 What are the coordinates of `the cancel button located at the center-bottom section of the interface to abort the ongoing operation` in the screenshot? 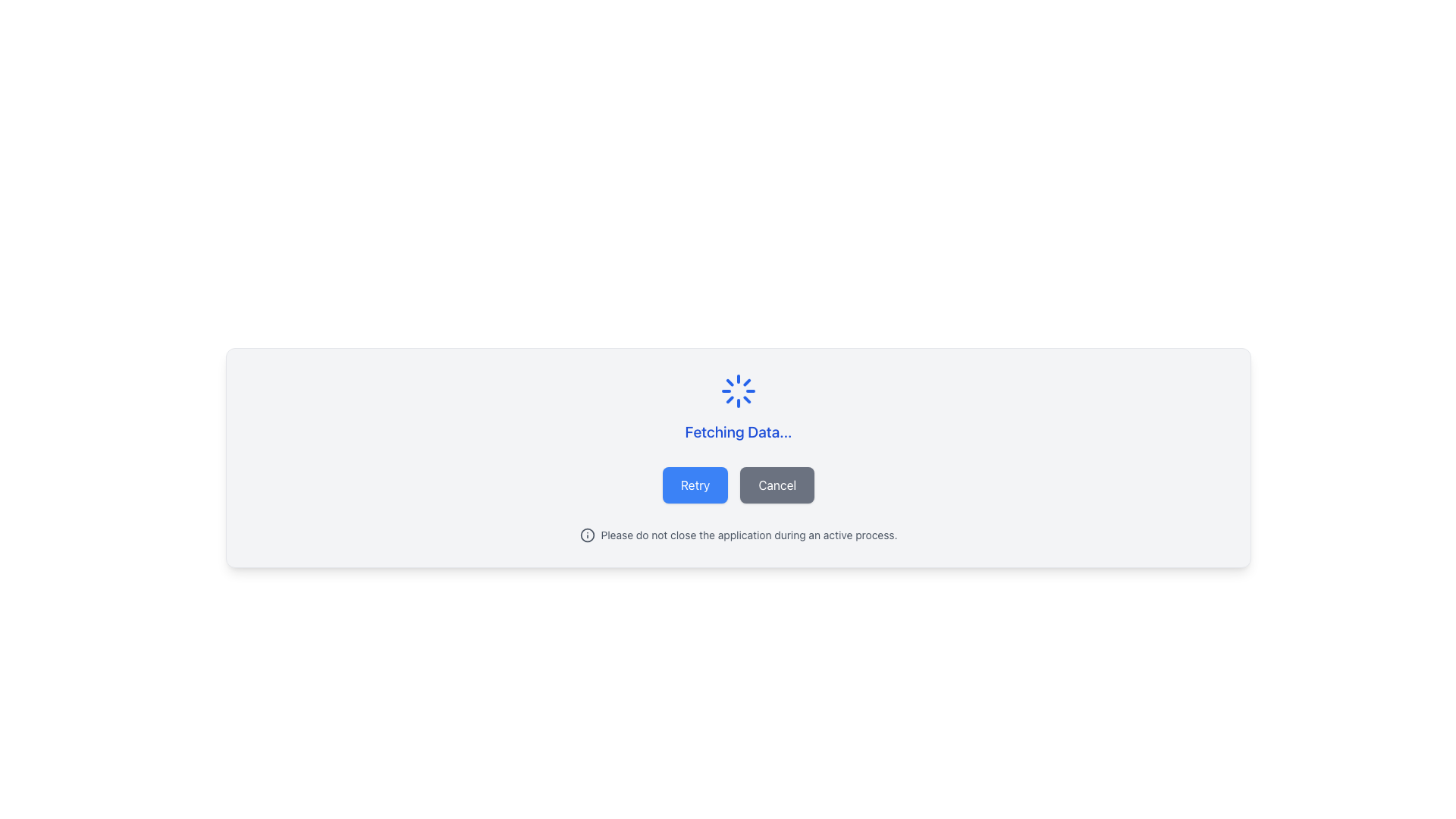 It's located at (777, 485).